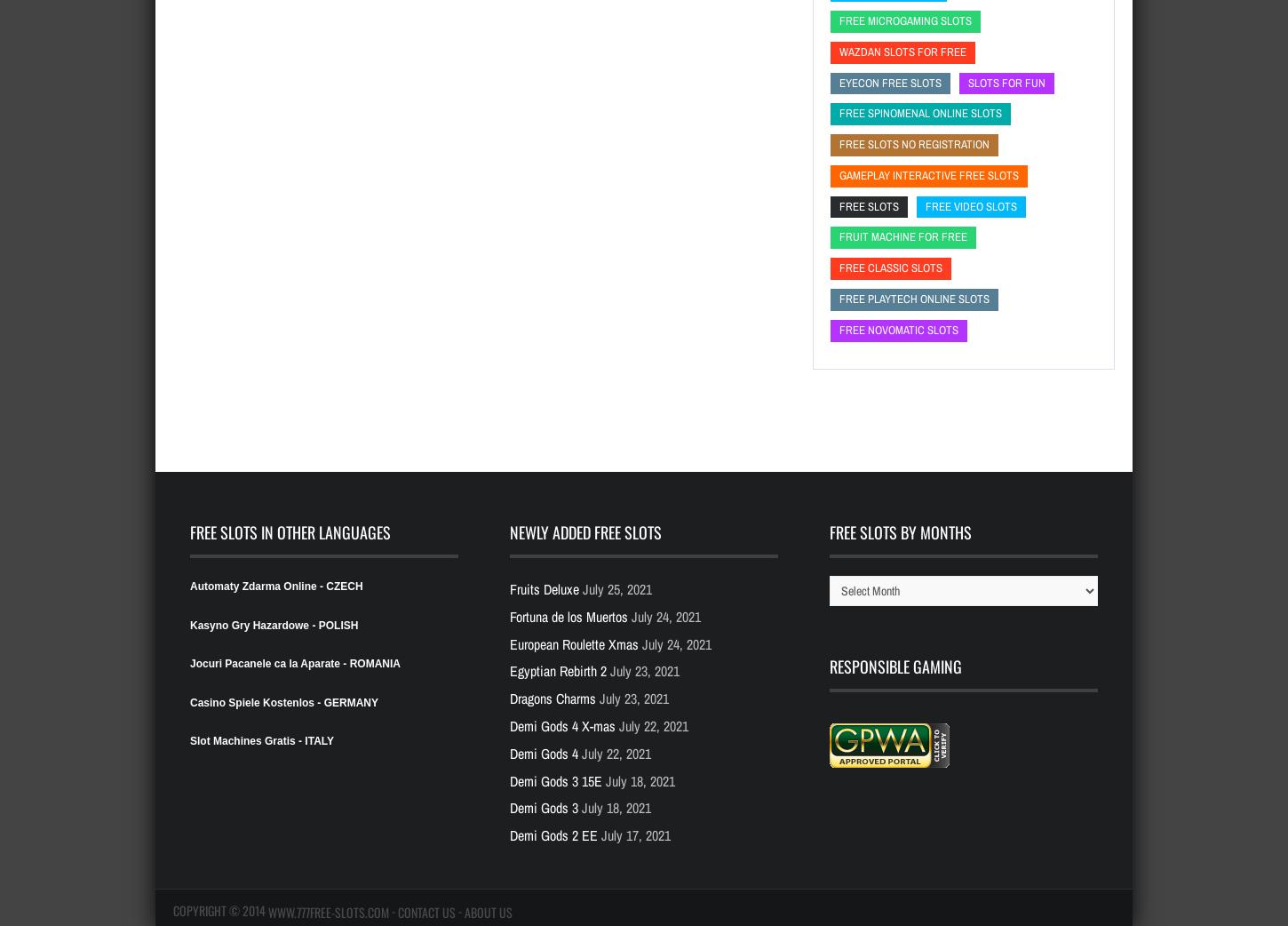  Describe the element at coordinates (898, 328) in the screenshot. I see `'free novomatic slots'` at that location.